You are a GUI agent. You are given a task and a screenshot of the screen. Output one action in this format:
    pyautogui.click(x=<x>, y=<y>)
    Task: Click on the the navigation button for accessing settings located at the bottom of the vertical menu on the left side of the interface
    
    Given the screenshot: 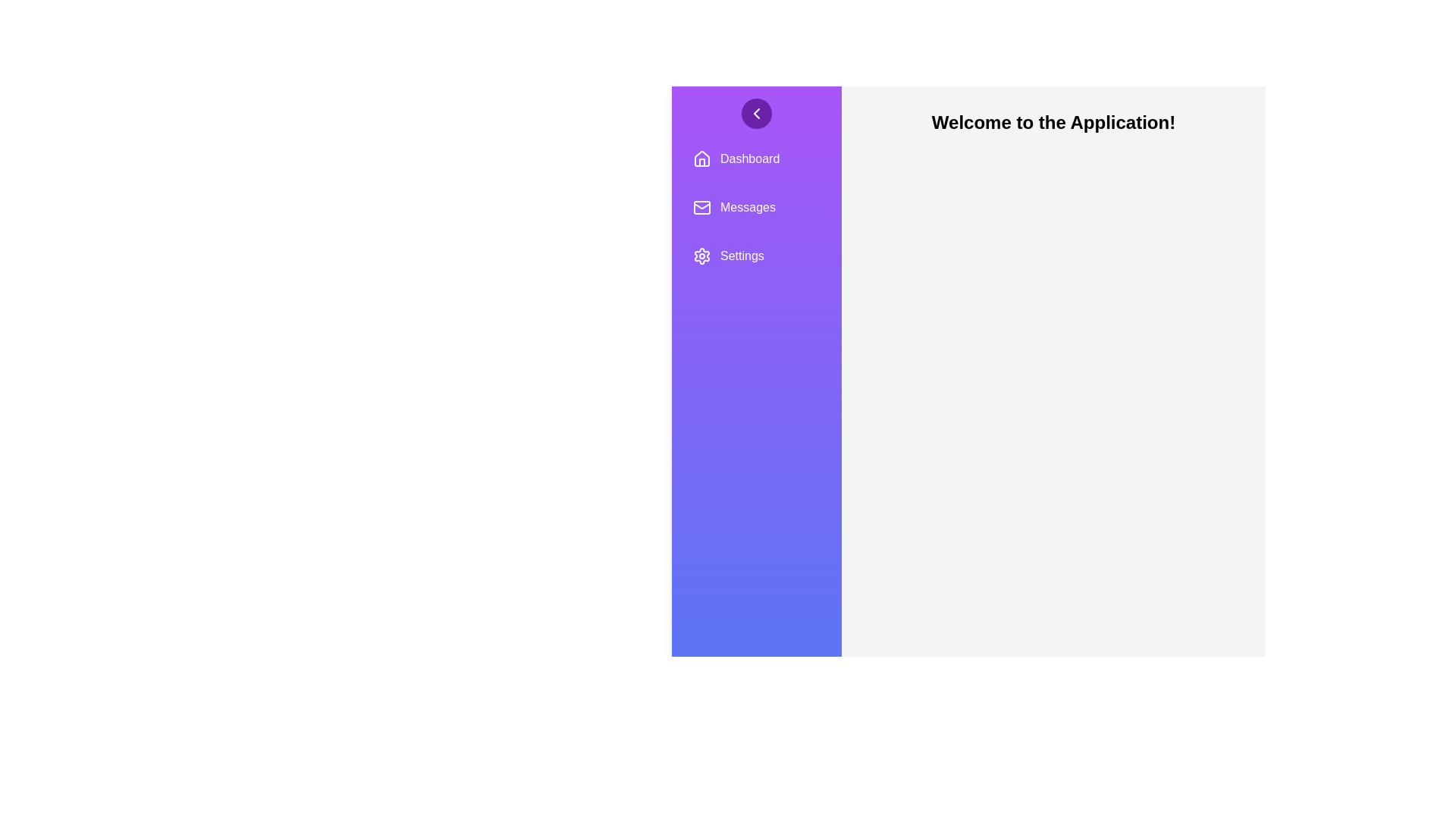 What is the action you would take?
    pyautogui.click(x=757, y=256)
    